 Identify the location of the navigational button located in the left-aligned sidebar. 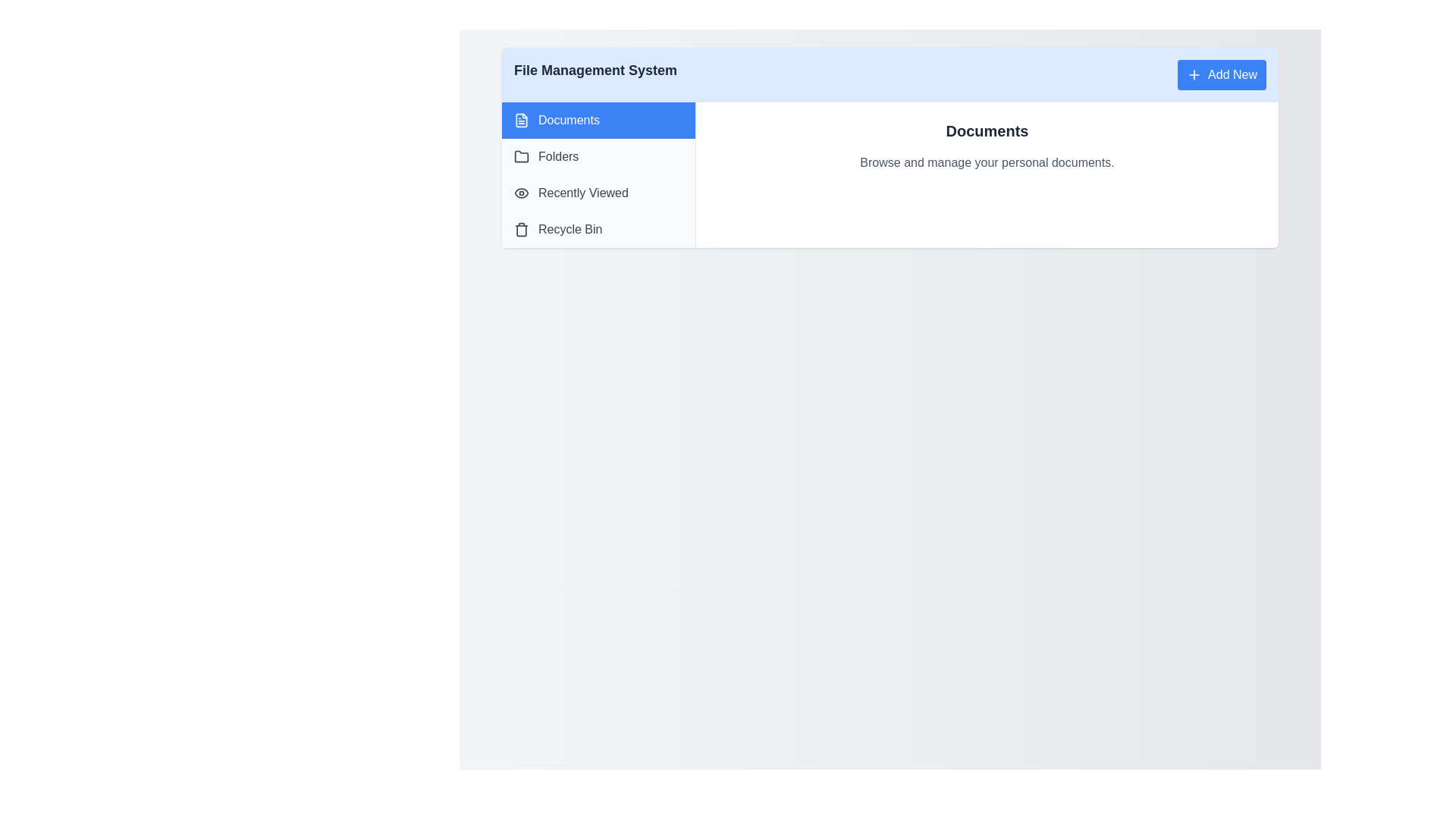
(598, 157).